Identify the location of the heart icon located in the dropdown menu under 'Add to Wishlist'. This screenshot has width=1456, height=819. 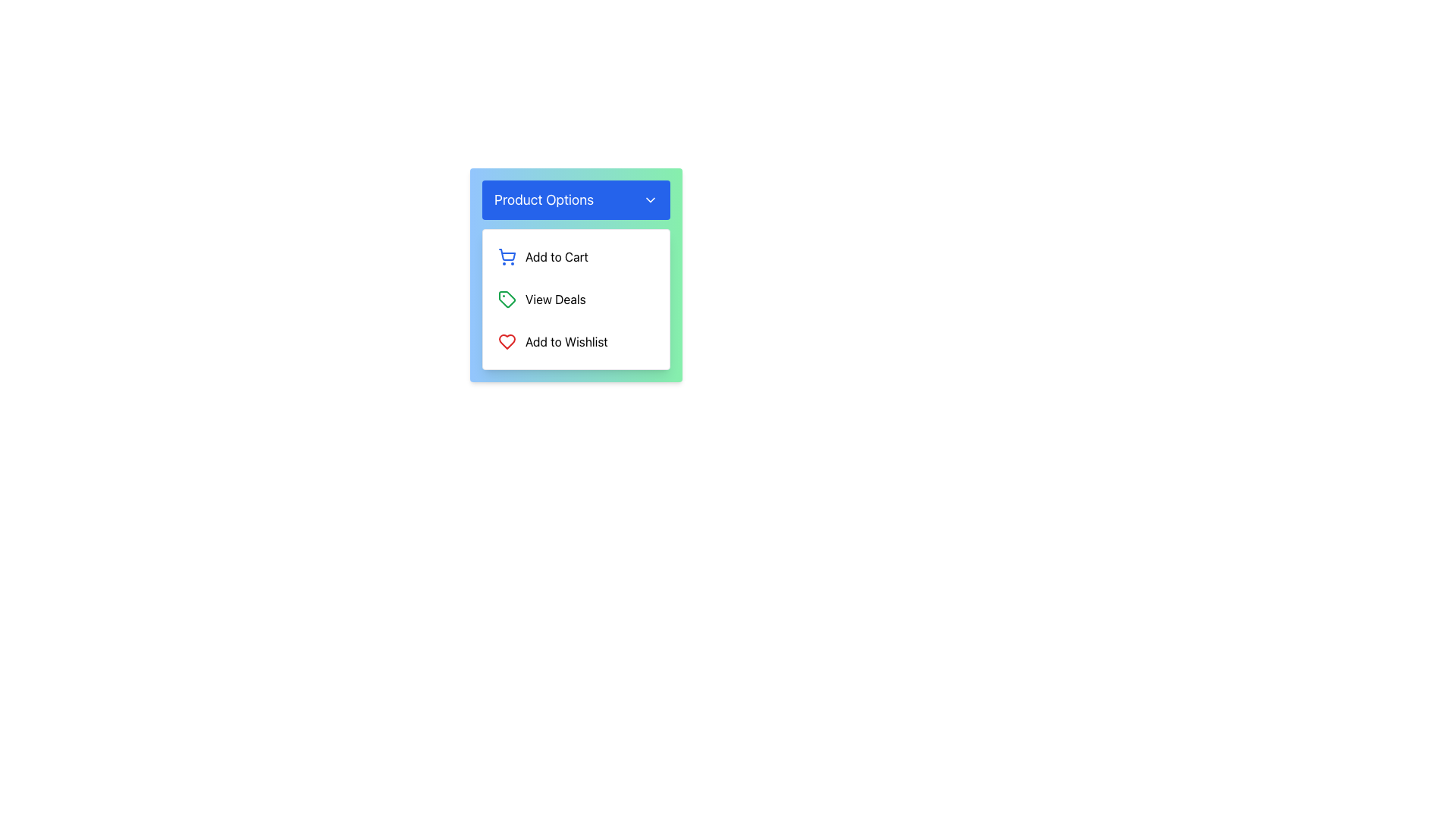
(507, 342).